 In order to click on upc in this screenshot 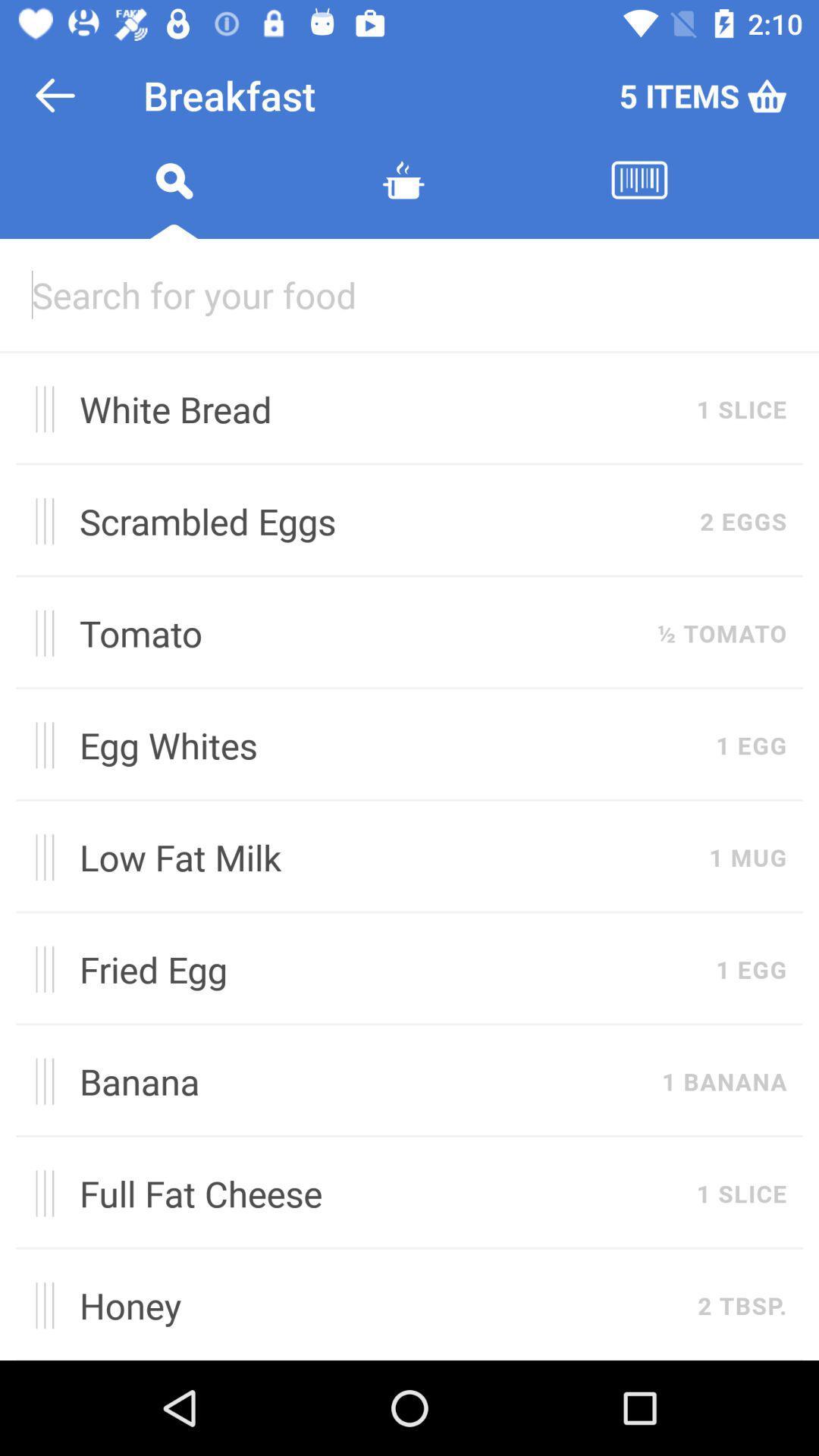, I will do `click(639, 198)`.